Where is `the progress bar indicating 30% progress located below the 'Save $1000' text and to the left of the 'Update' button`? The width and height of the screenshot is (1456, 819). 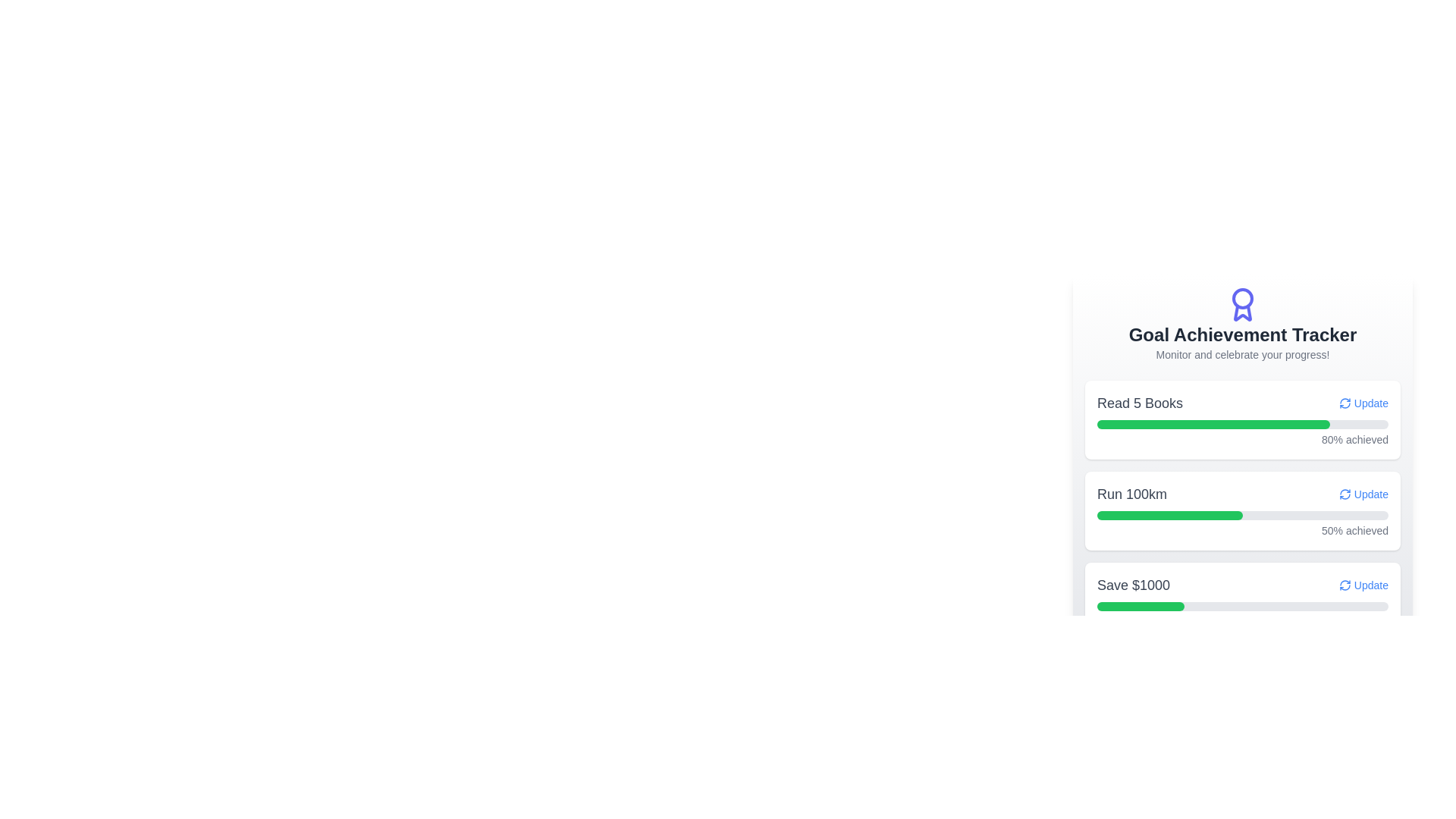 the progress bar indicating 30% progress located below the 'Save $1000' text and to the left of the 'Update' button is located at coordinates (1242, 605).